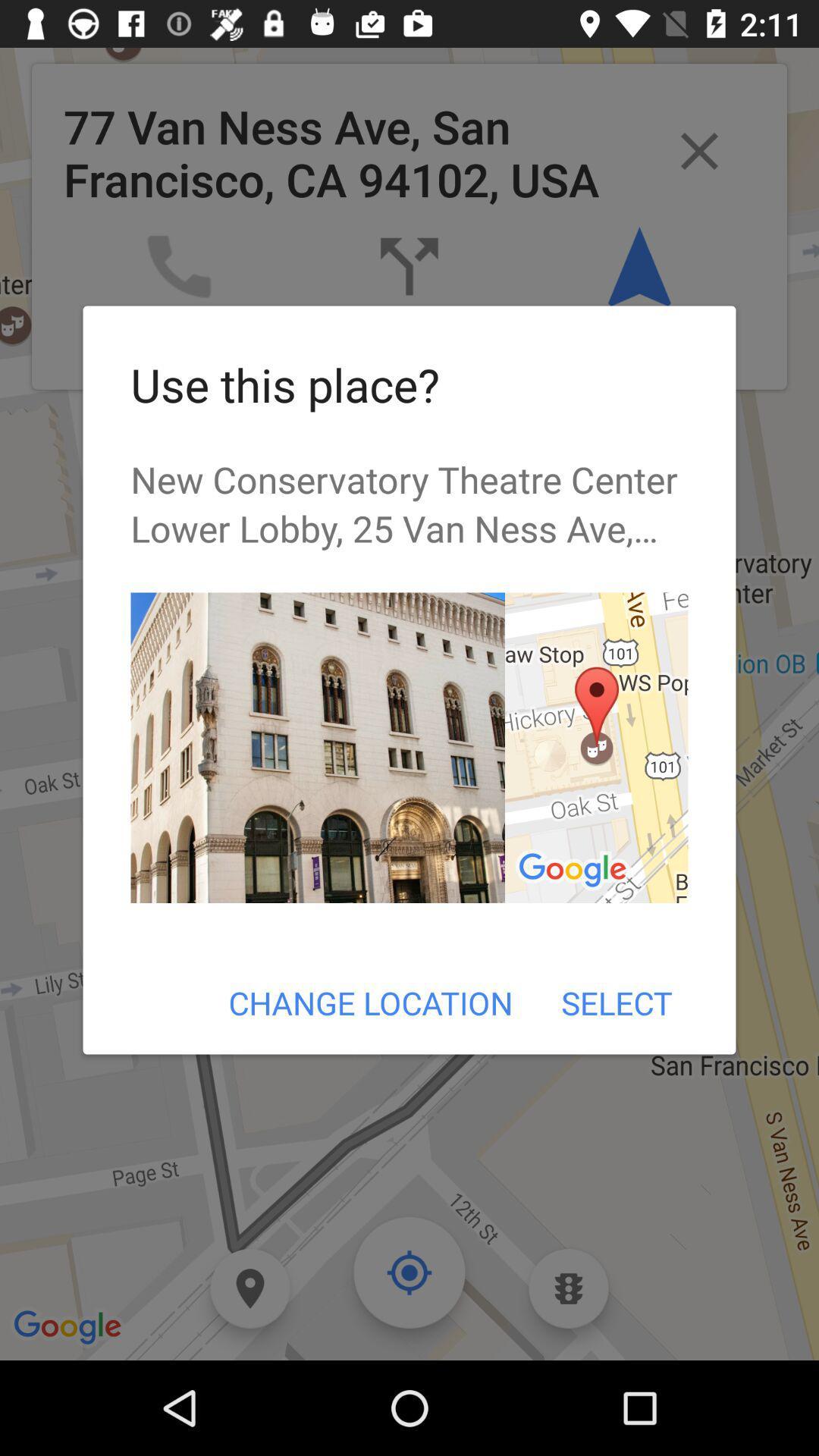 Image resolution: width=819 pixels, height=1456 pixels. I want to click on change location, so click(371, 1003).